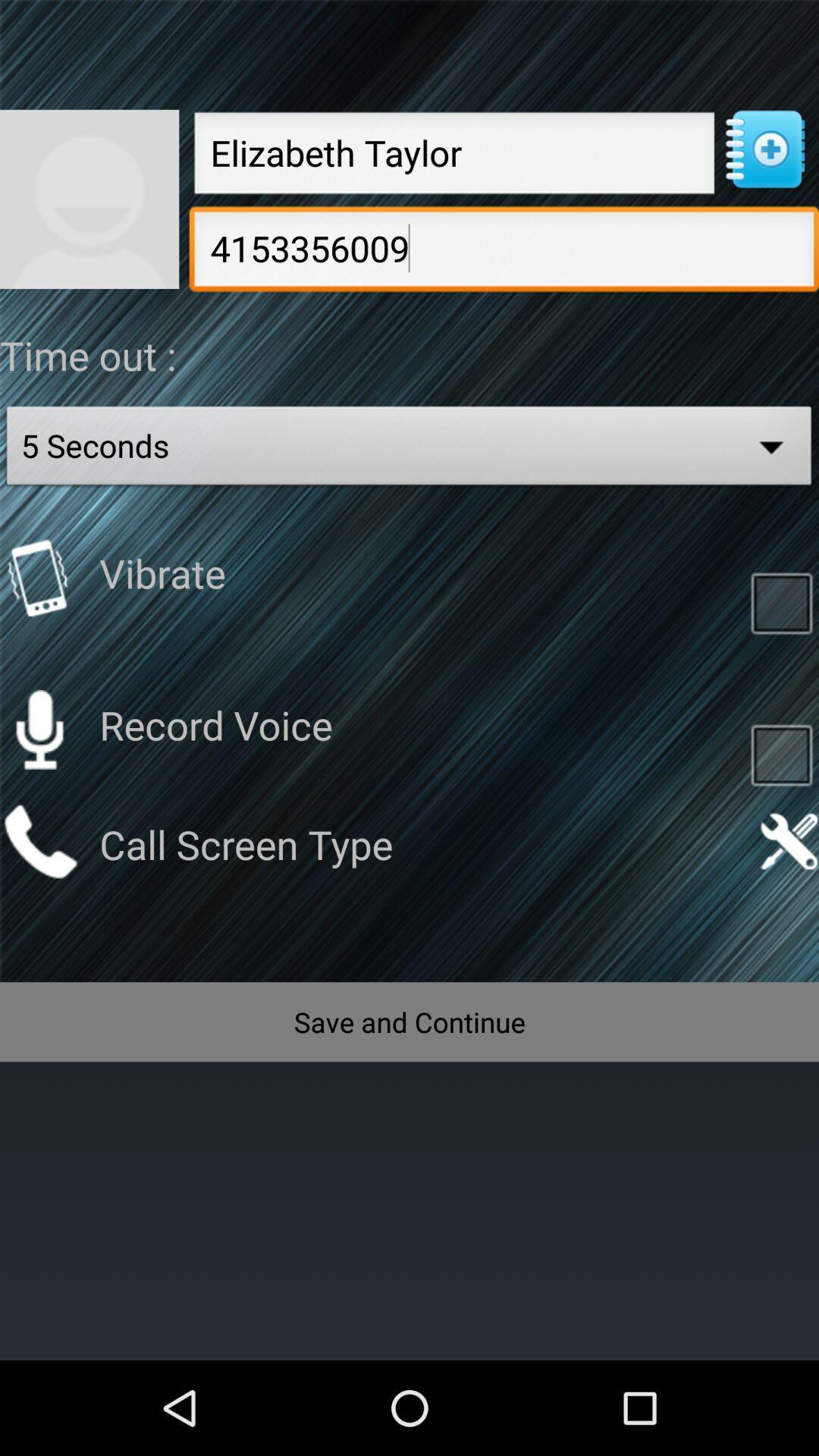  I want to click on enable record voice option, so click(781, 754).